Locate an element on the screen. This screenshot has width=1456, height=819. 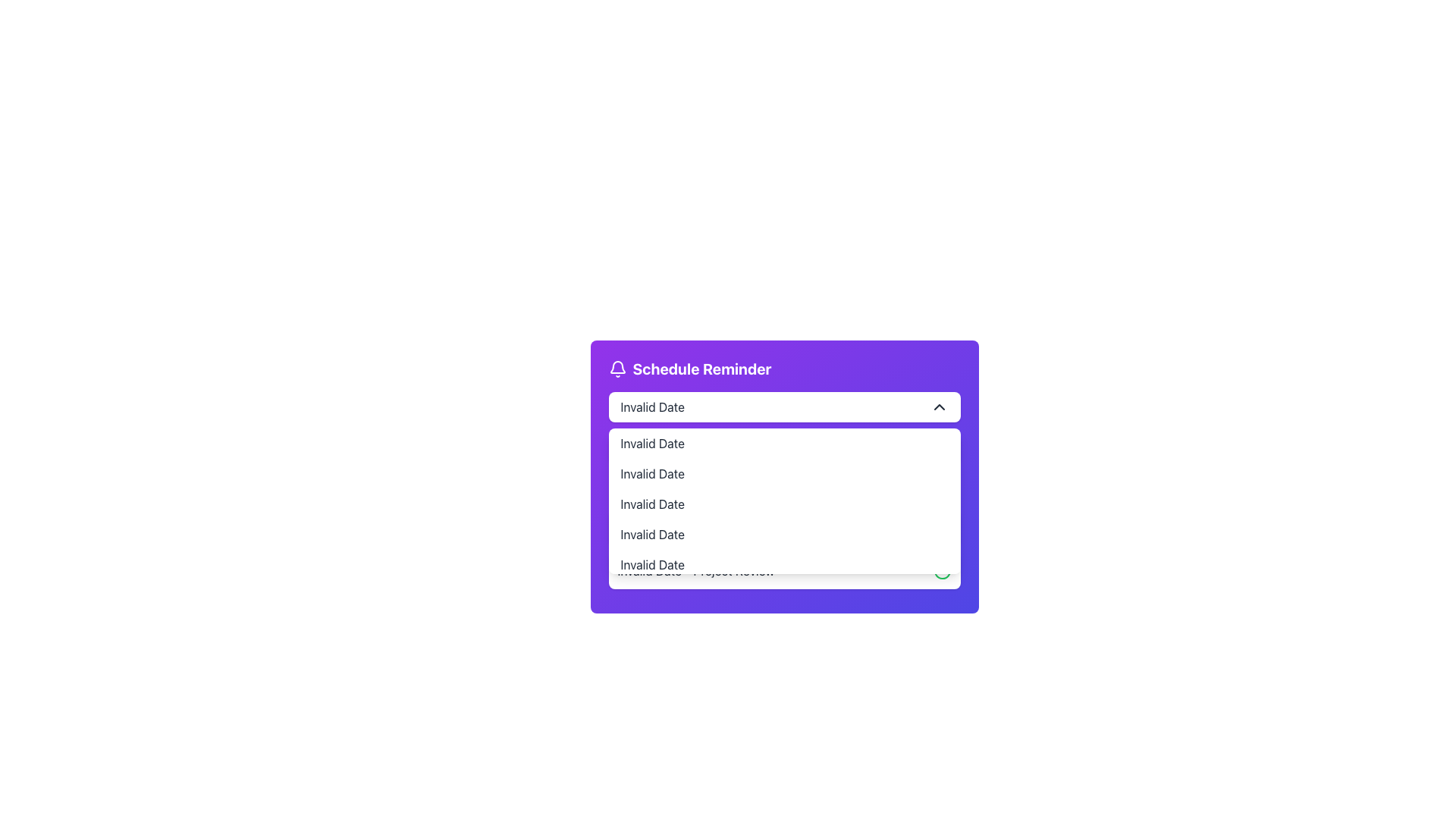
the dropdown menu item displaying 'Invalid Date' is located at coordinates (784, 472).